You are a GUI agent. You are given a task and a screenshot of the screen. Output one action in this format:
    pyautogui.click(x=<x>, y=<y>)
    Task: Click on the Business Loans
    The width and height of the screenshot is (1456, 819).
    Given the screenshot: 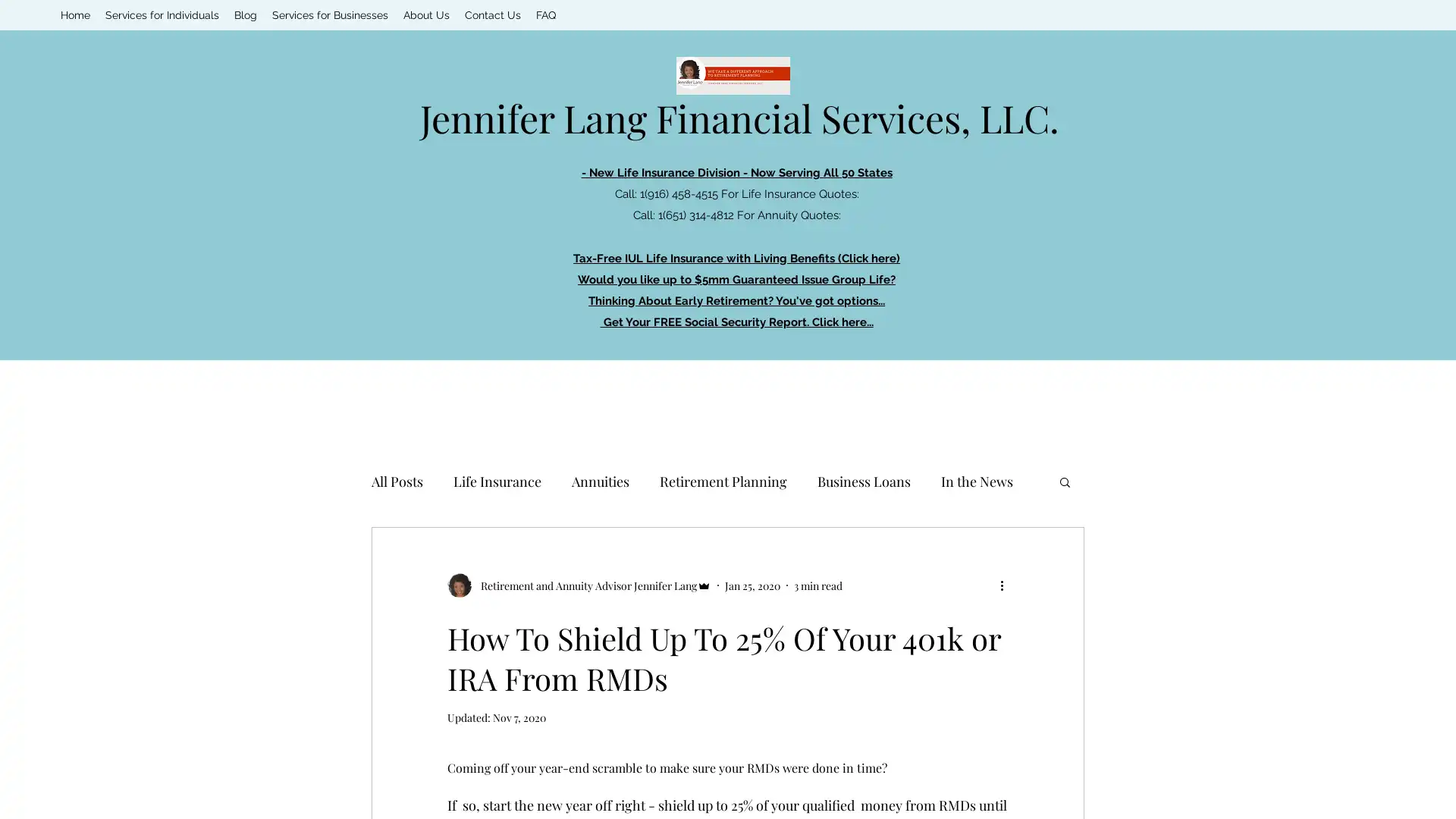 What is the action you would take?
    pyautogui.click(x=864, y=482)
    